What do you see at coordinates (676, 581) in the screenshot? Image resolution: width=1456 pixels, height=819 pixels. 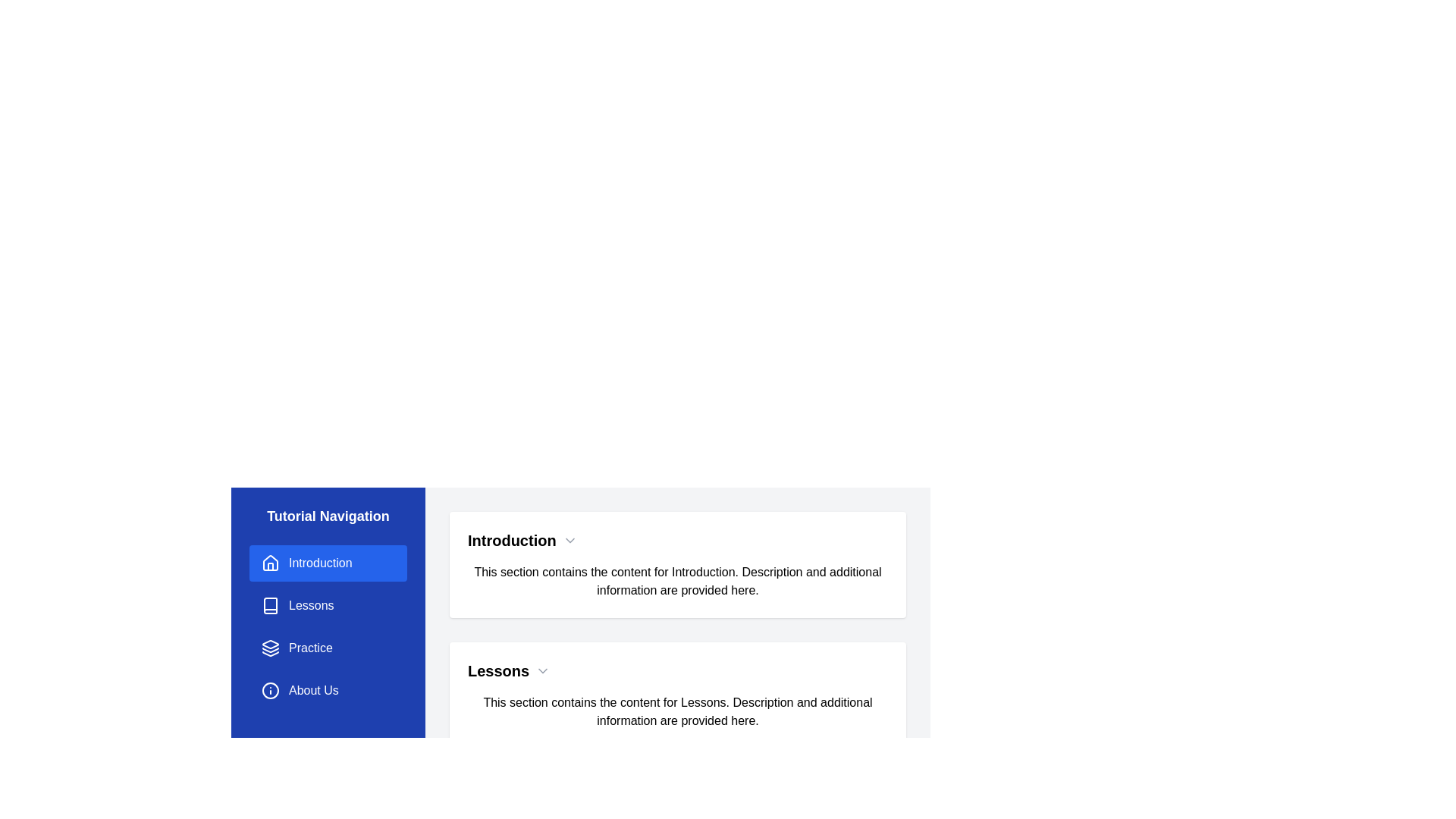 I see `descriptive text block located below the 'Introduction' heading in the Introduction section of the interface` at bounding box center [676, 581].